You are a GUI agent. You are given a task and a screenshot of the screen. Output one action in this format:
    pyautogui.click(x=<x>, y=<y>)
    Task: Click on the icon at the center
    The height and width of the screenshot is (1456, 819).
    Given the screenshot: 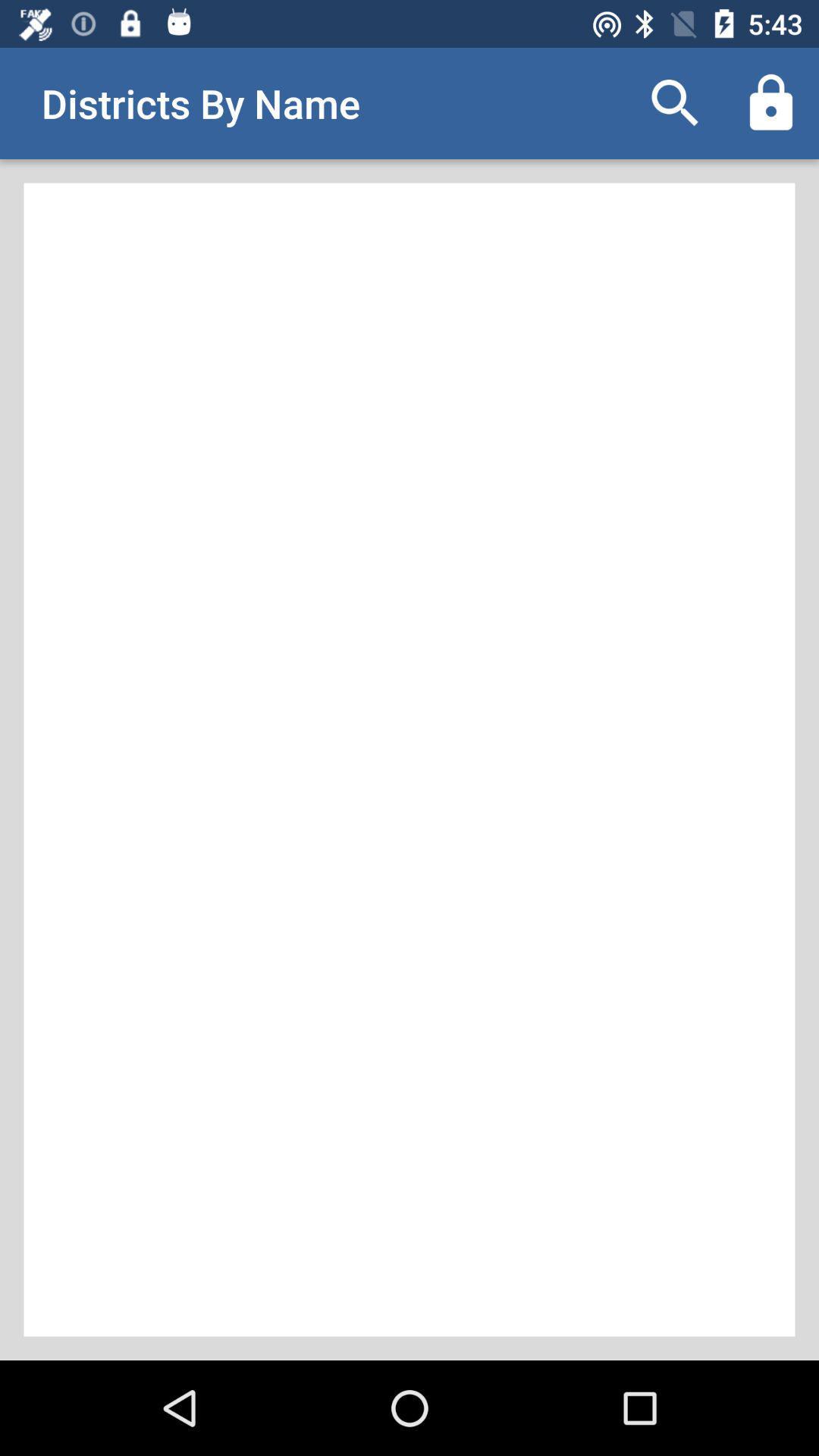 What is the action you would take?
    pyautogui.click(x=409, y=760)
    